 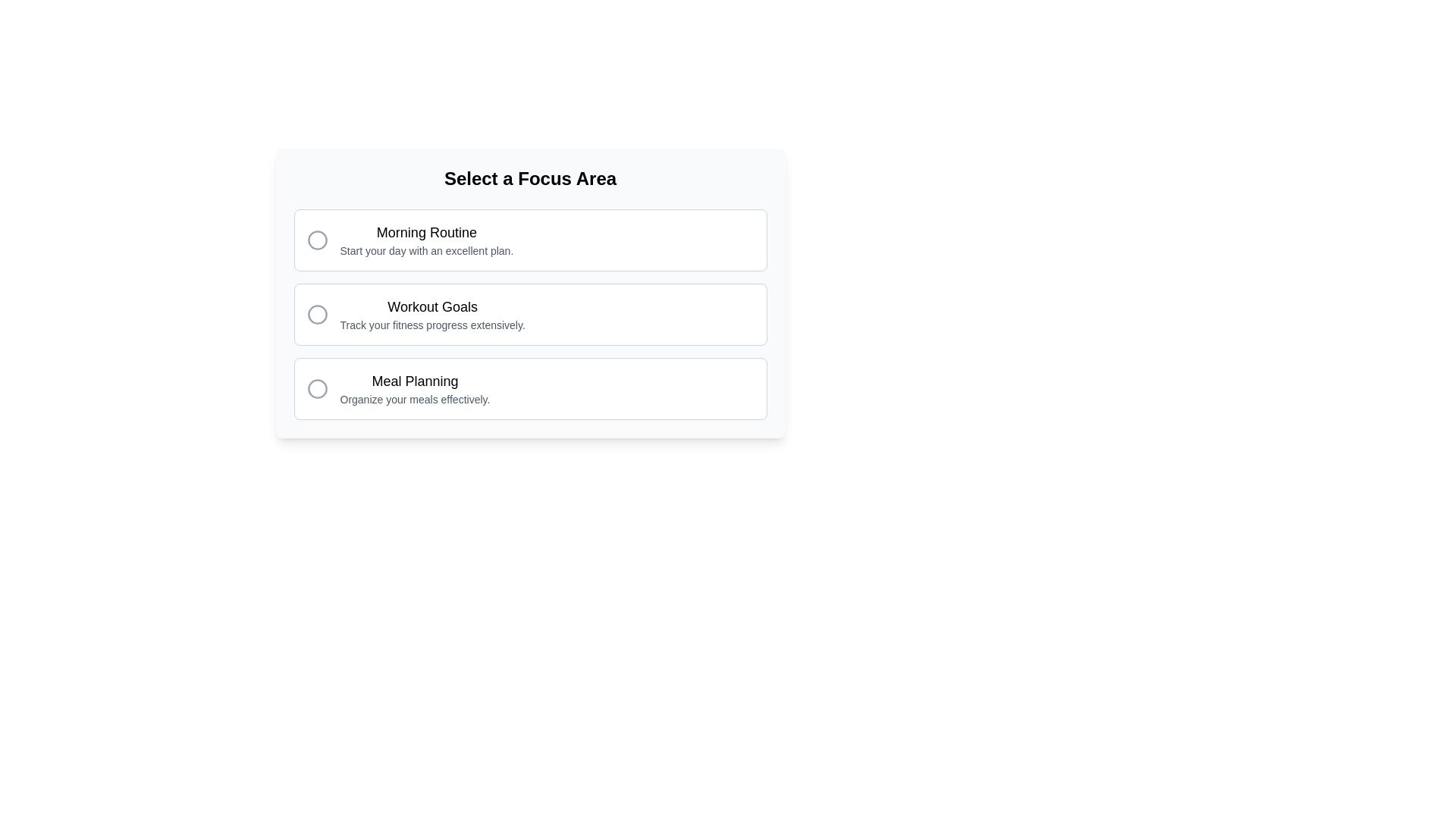 I want to click on the descriptive text label located below the 'Meal Planning' heading in the third section of the selection list, so click(x=415, y=399).